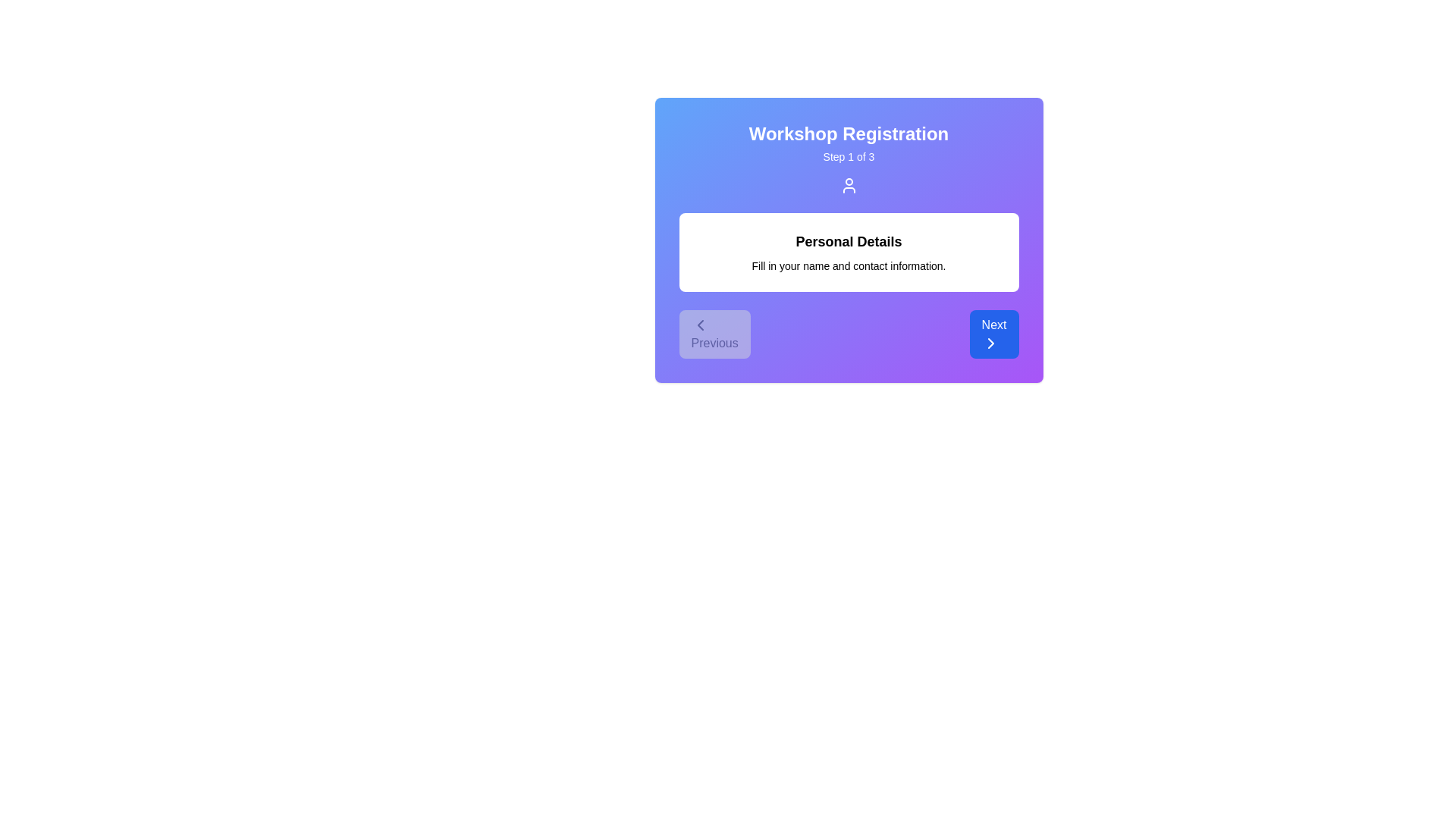 Image resolution: width=1456 pixels, height=819 pixels. What do you see at coordinates (699, 324) in the screenshot?
I see `the left-facing chevron icon inside the 'Previous' button located in the lower-left section of the registration form` at bounding box center [699, 324].